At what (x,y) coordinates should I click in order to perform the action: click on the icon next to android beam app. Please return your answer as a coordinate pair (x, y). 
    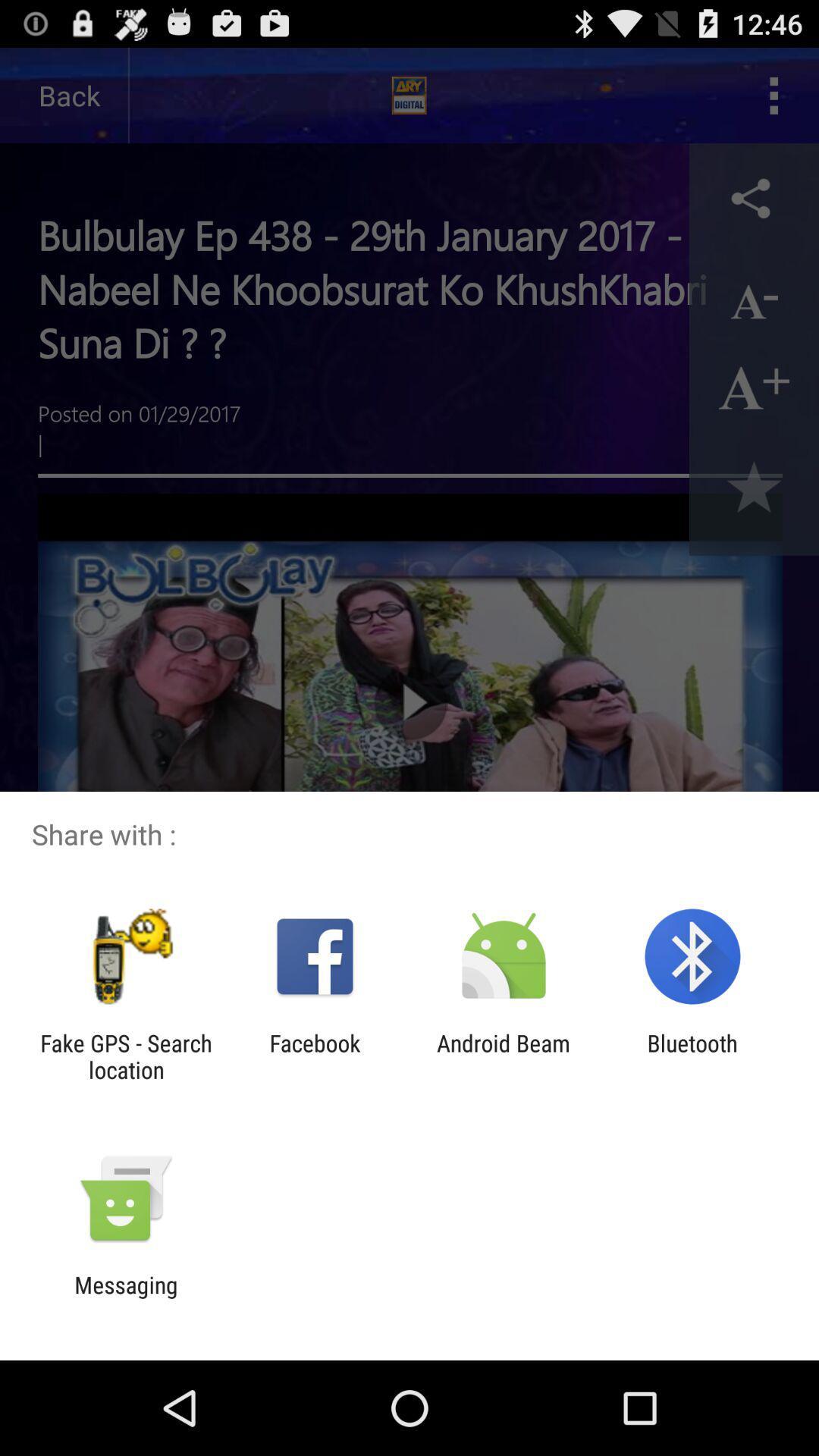
    Looking at the image, I should click on (692, 1056).